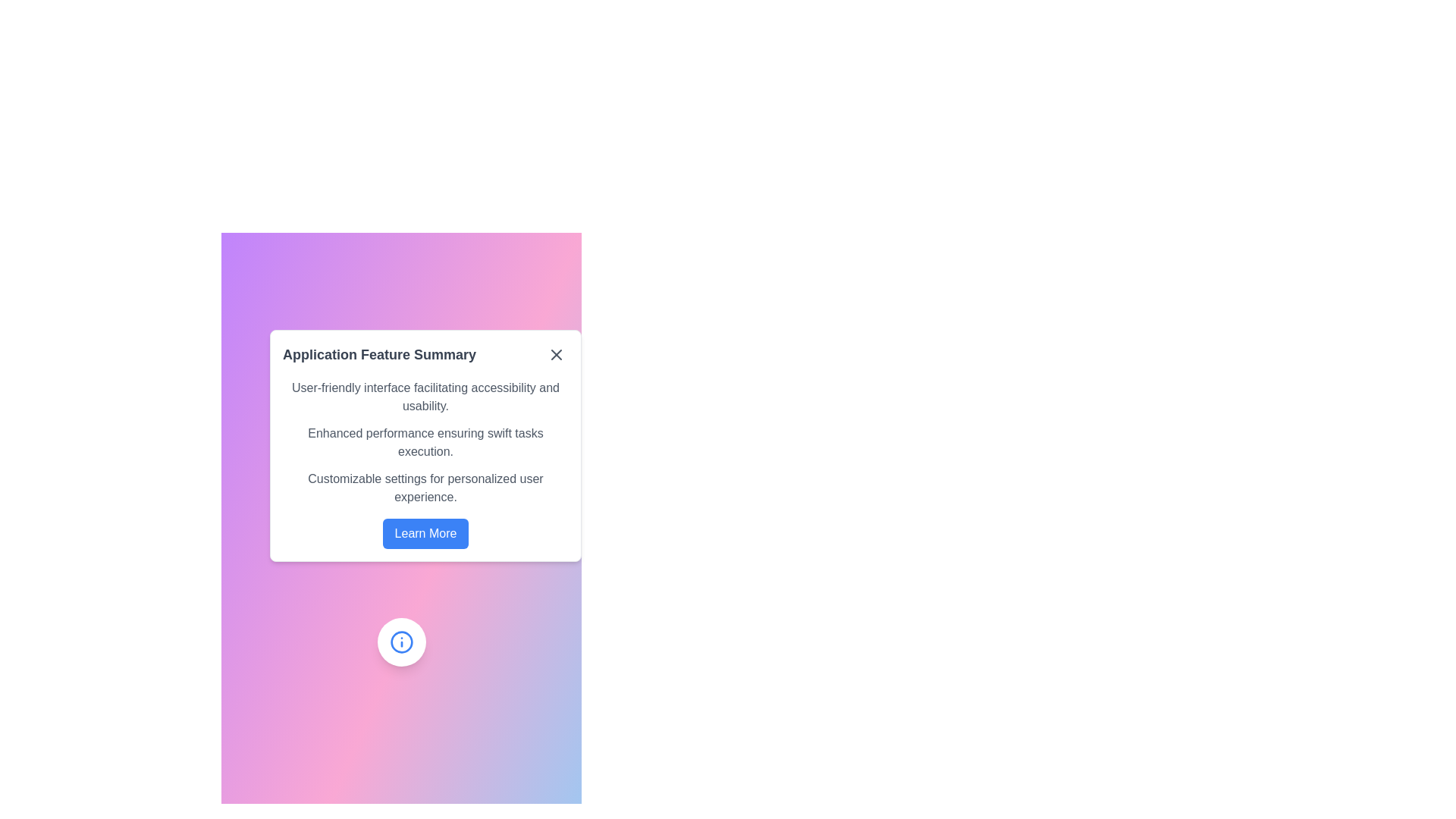  I want to click on the close button on the top right corner of the 'Application Feature Summary' section, so click(556, 354).